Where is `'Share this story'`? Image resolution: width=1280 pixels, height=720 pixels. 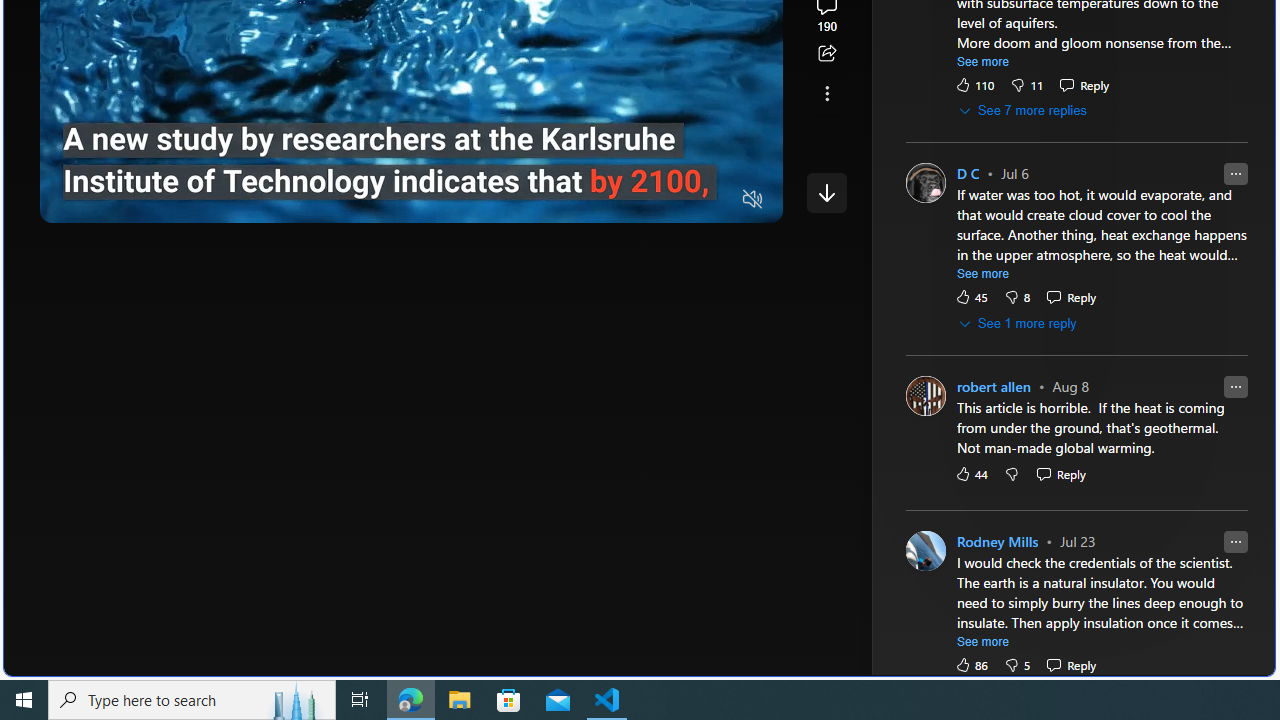 'Share this story' is located at coordinates (826, 53).